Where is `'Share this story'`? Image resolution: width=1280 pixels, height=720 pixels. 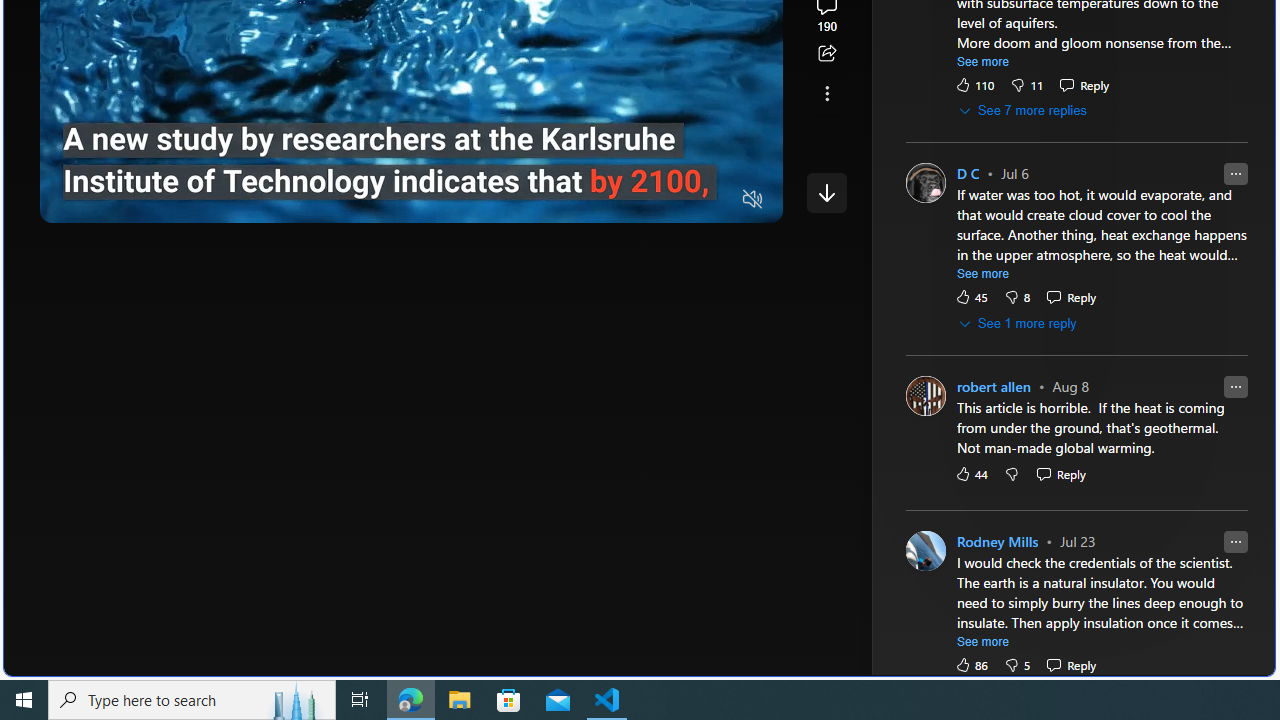 'Share this story' is located at coordinates (826, 53).